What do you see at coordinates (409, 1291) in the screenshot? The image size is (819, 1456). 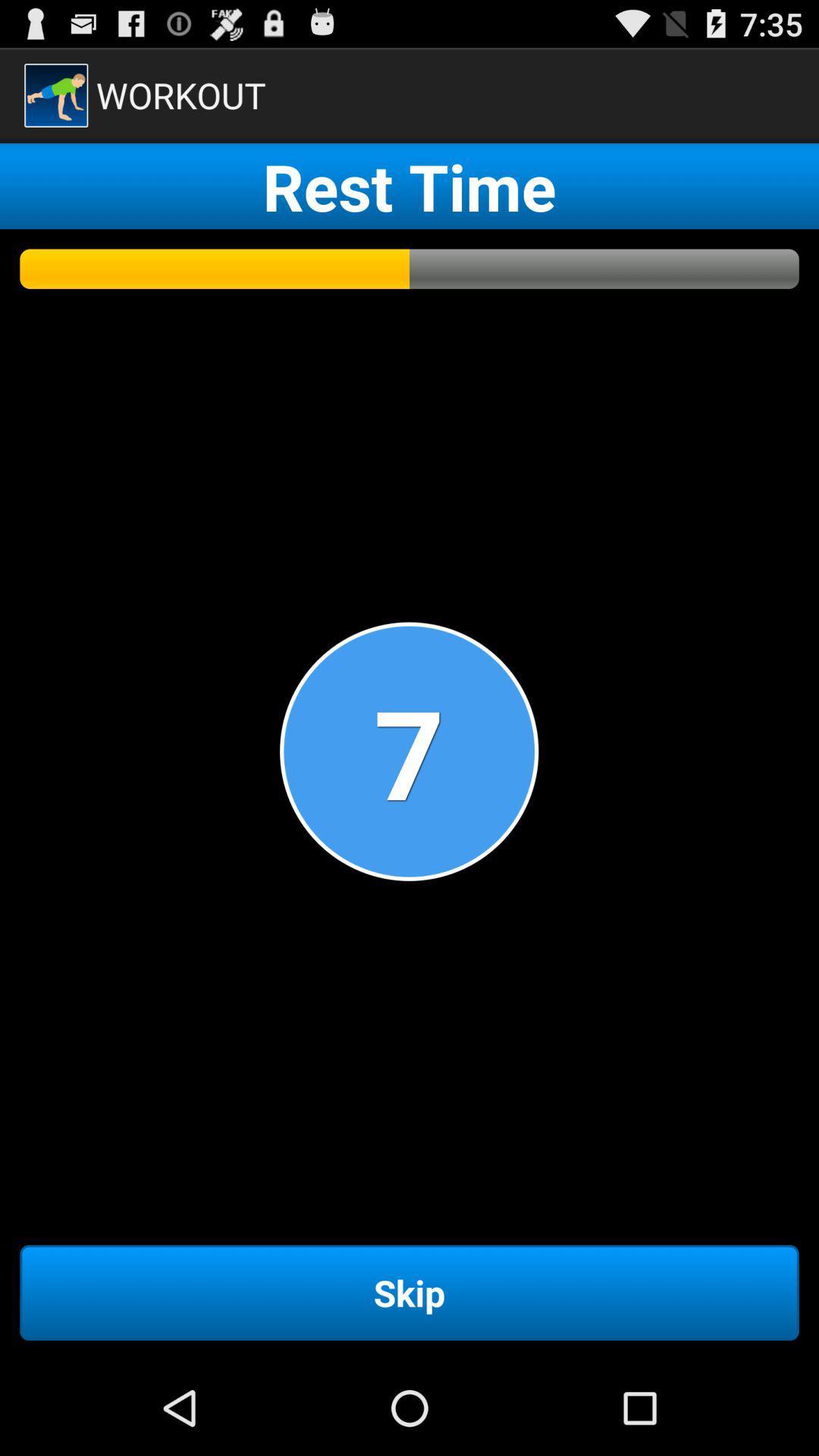 I see `the item below the 7 app` at bounding box center [409, 1291].